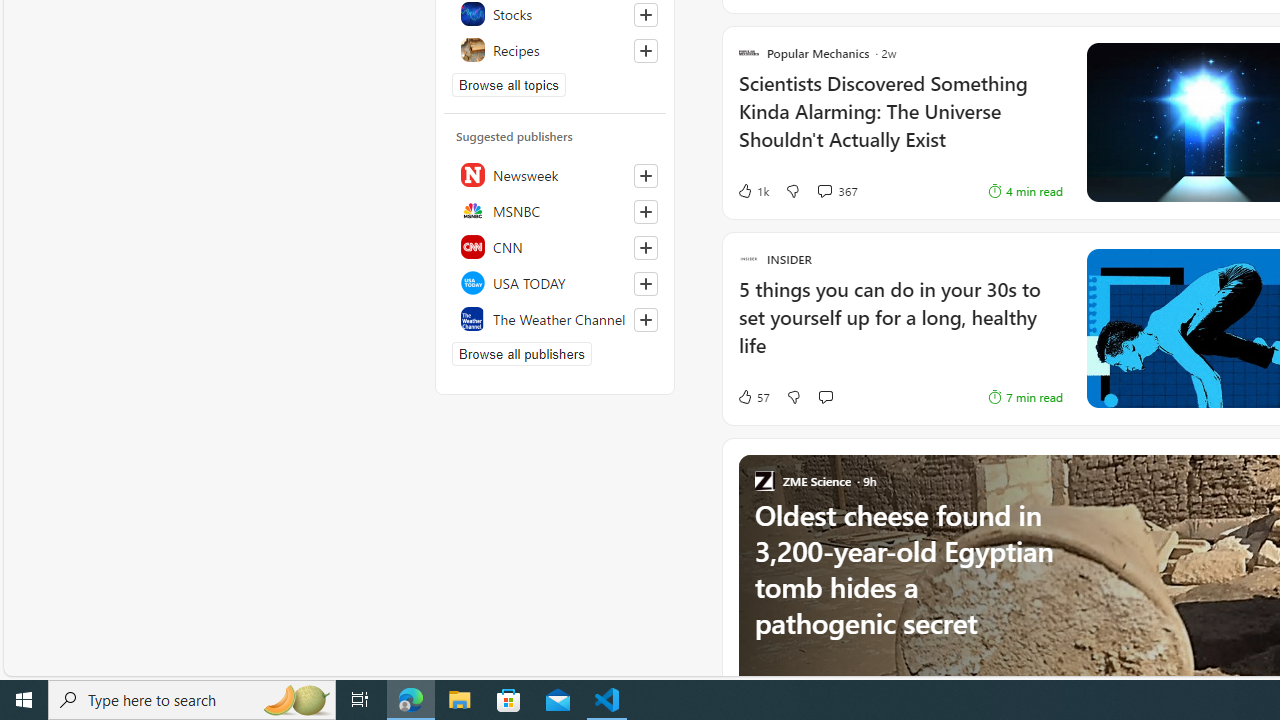  What do you see at coordinates (645, 50) in the screenshot?
I see `'Follow this topic'` at bounding box center [645, 50].